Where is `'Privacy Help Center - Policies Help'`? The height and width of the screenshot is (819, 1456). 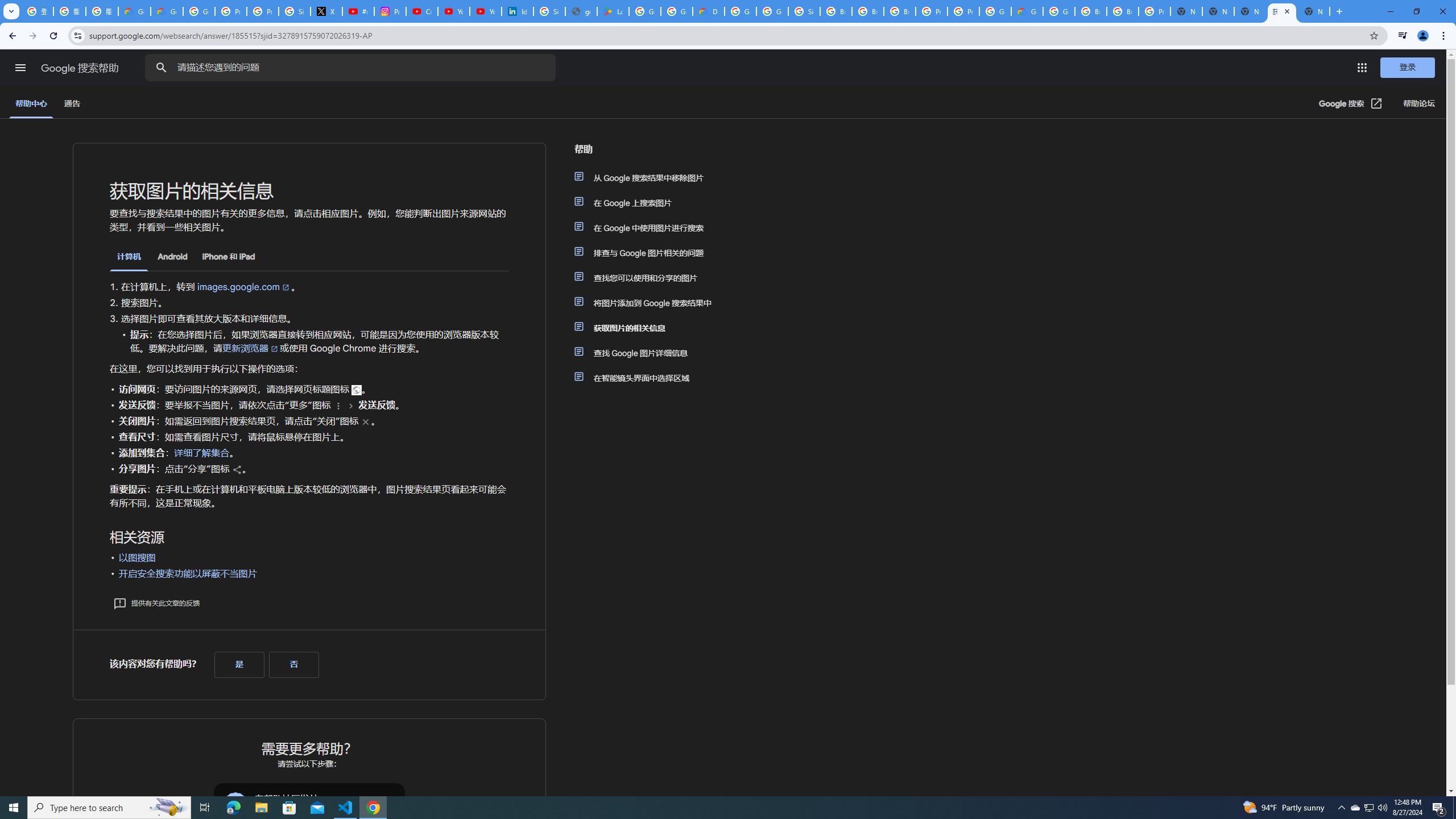
'Privacy Help Center - Policies Help' is located at coordinates (262, 11).